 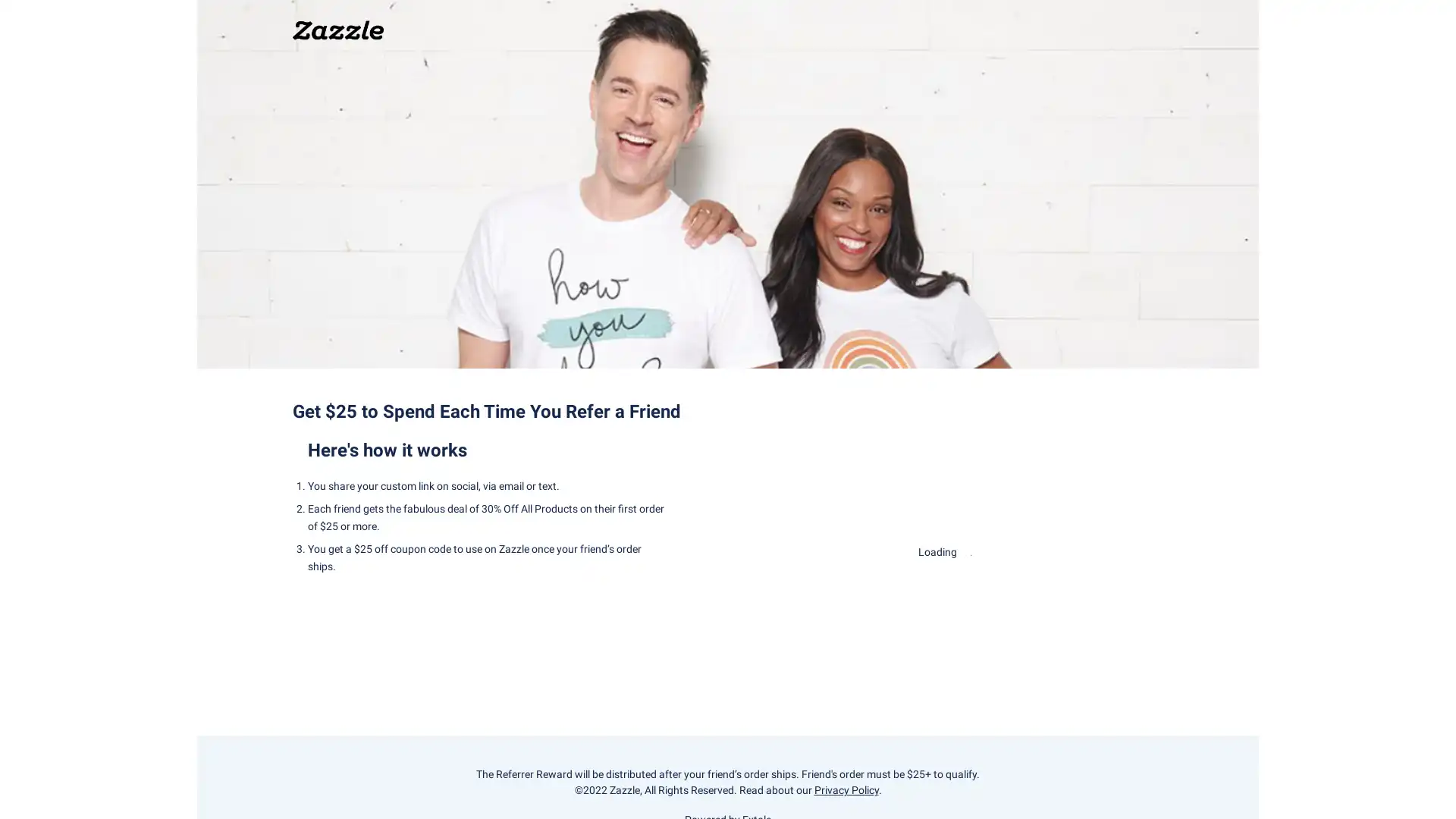 I want to click on Enter, so click(x=945, y=598).